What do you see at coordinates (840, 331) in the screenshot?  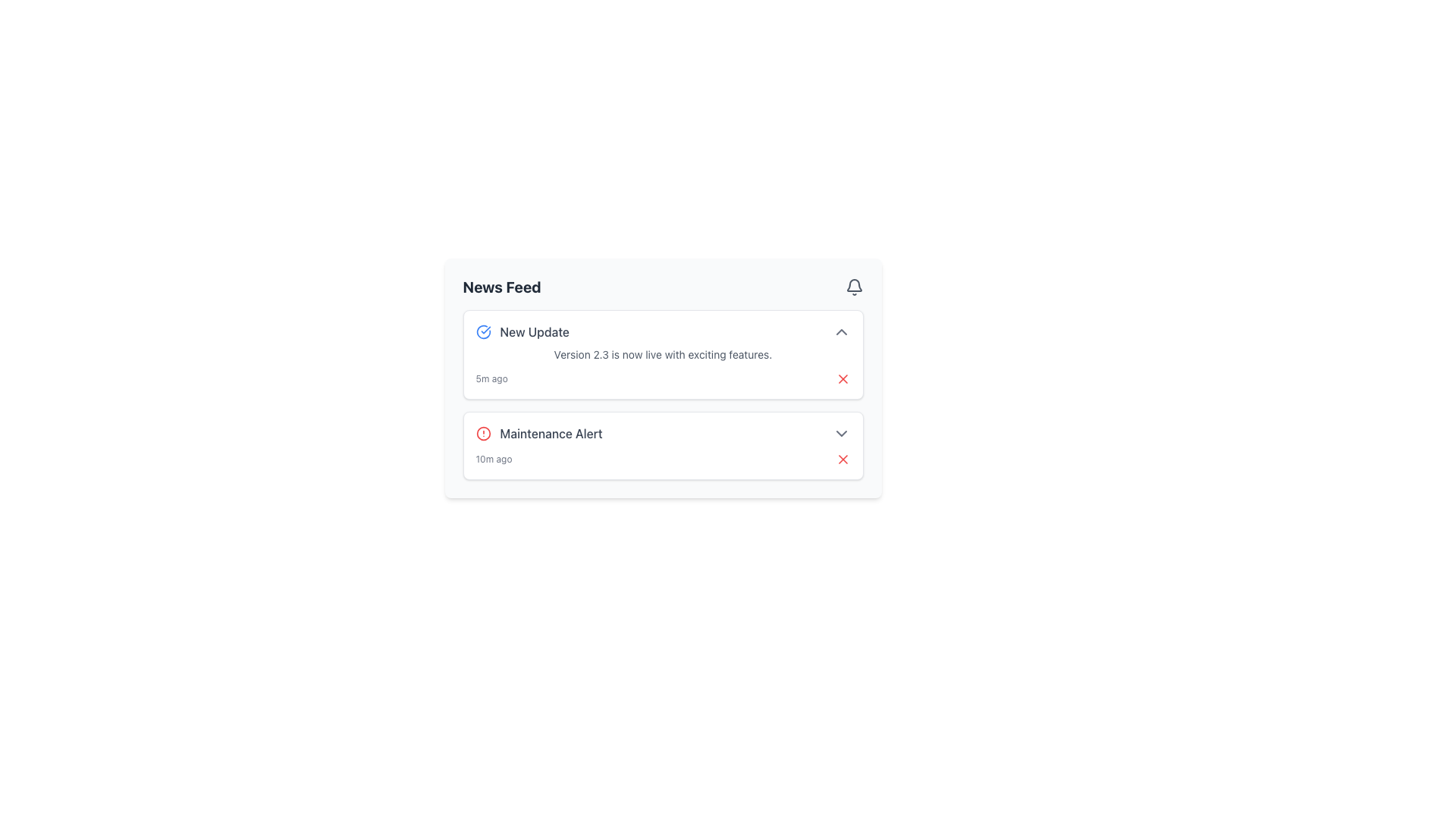 I see `the button in the top right corner of the 'New Update' card` at bounding box center [840, 331].